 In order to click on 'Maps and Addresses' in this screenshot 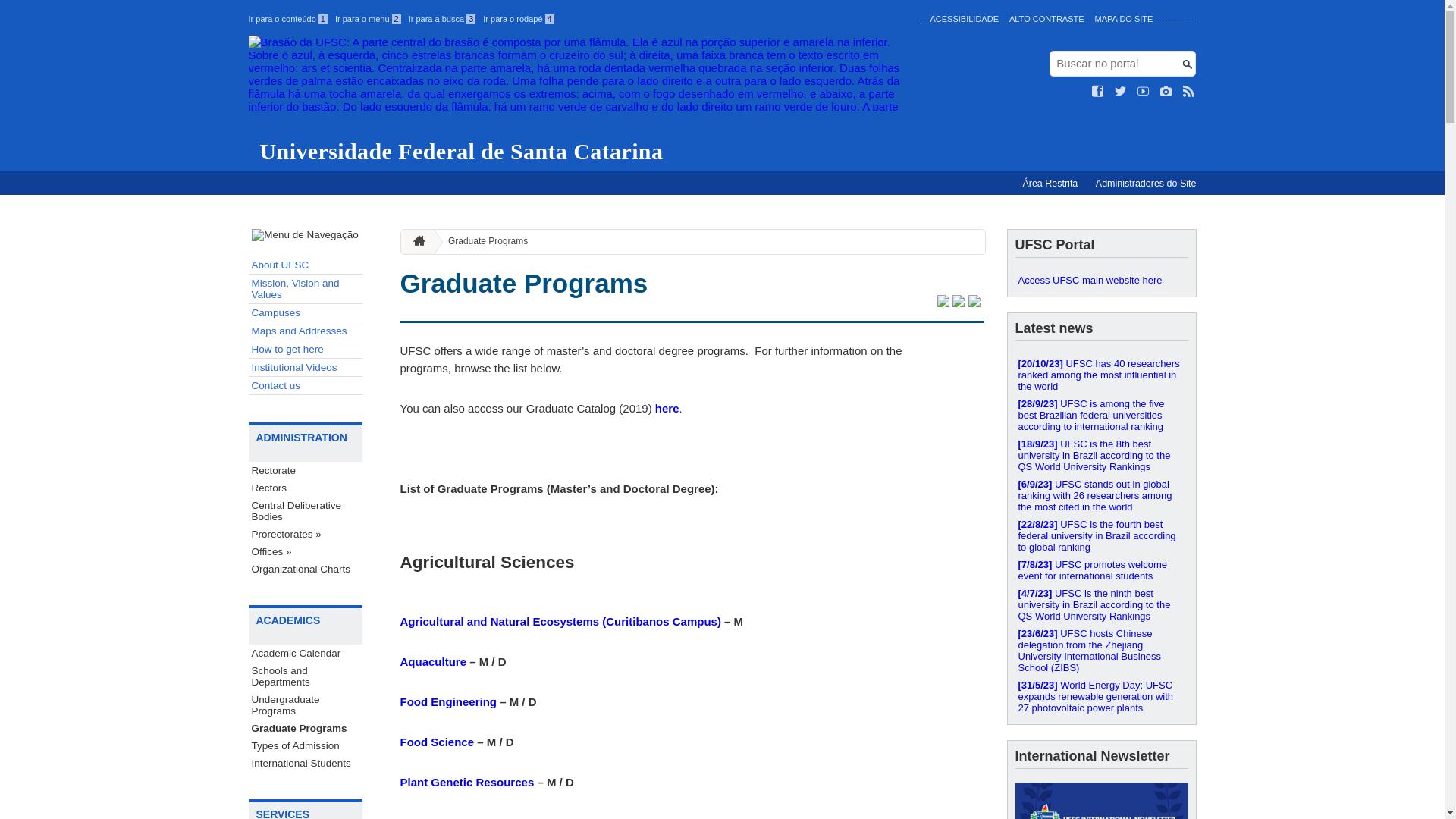, I will do `click(305, 330)`.